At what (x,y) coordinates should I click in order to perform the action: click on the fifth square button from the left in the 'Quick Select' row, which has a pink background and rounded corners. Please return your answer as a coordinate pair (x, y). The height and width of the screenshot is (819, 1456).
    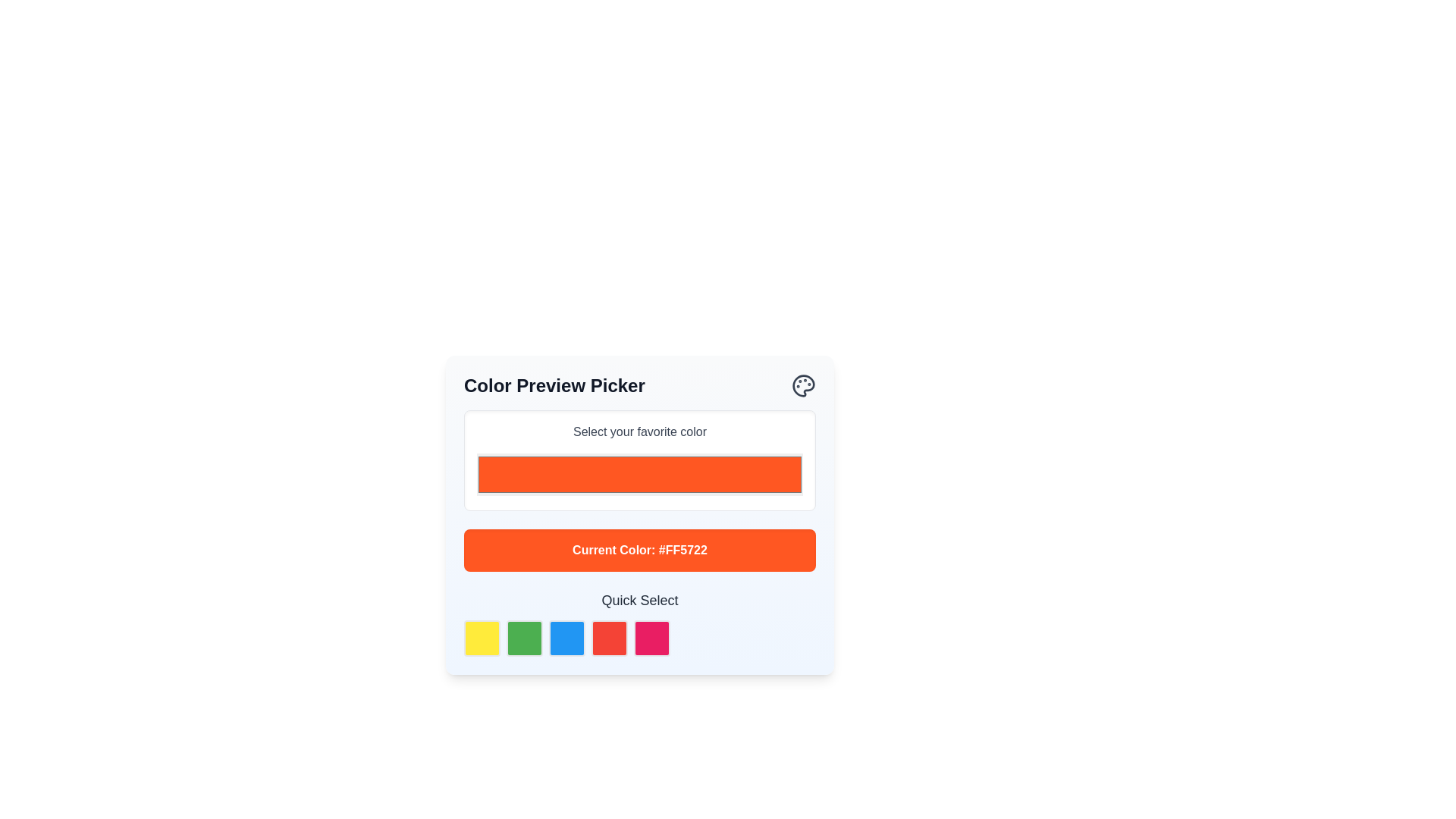
    Looking at the image, I should click on (651, 638).